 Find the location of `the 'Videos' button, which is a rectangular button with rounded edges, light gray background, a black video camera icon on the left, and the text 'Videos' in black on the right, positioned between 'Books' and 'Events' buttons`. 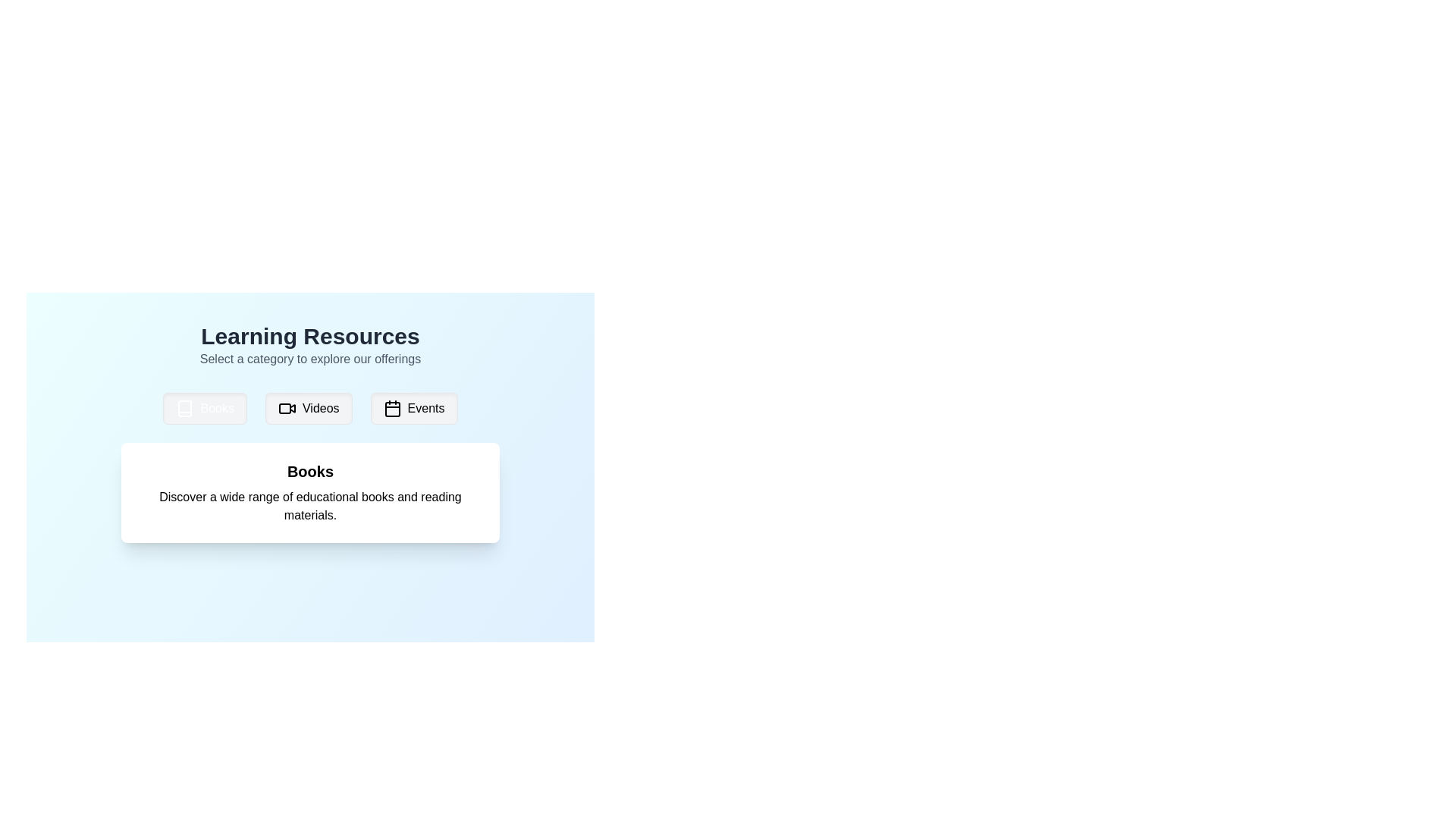

the 'Videos' button, which is a rectangular button with rounded edges, light gray background, a black video camera icon on the left, and the text 'Videos' in black on the right, positioned between 'Books' and 'Events' buttons is located at coordinates (308, 408).